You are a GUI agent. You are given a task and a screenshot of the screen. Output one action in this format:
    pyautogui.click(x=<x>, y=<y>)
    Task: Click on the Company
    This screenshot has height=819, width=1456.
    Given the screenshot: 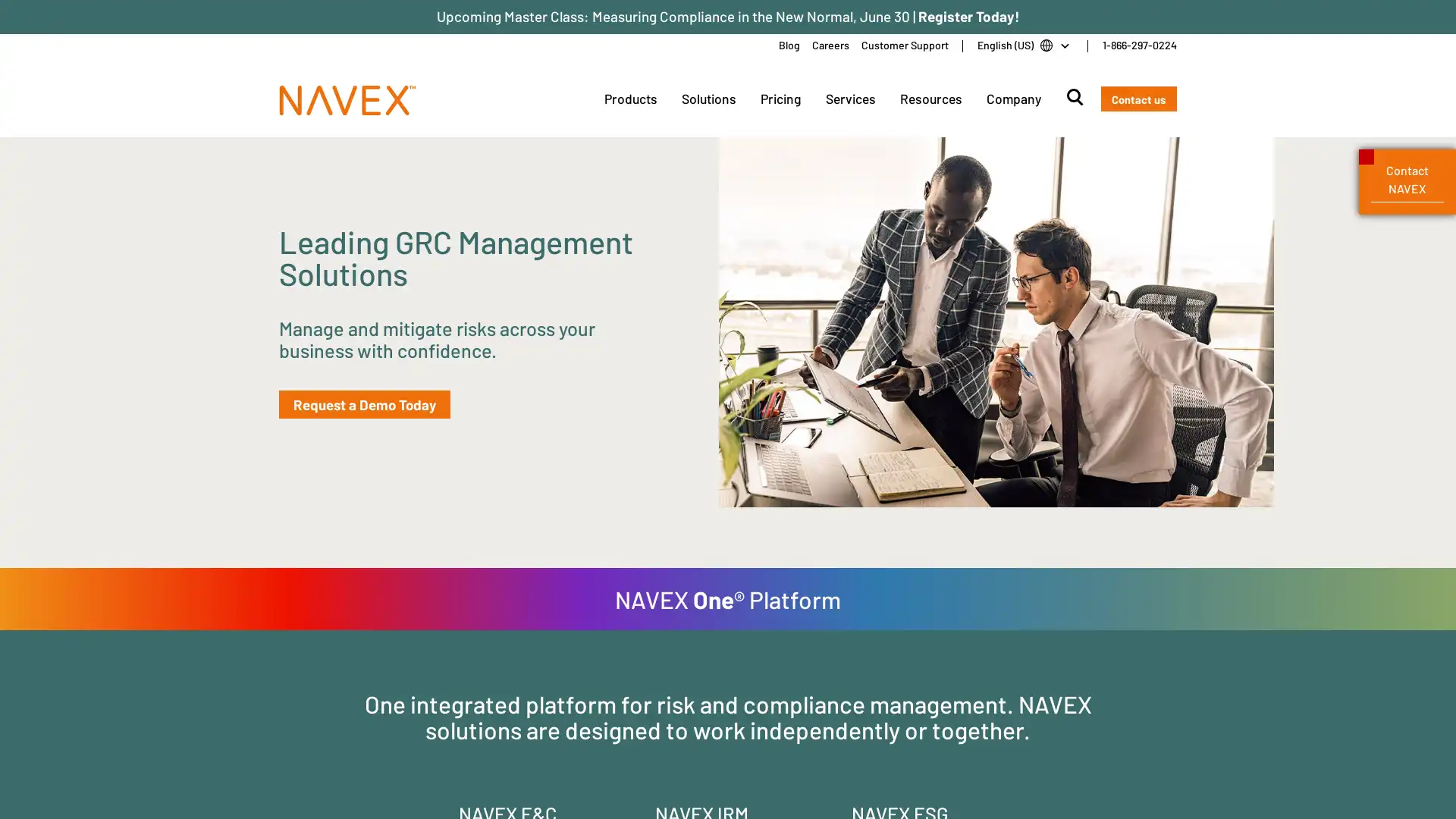 What is the action you would take?
    pyautogui.click(x=1012, y=99)
    